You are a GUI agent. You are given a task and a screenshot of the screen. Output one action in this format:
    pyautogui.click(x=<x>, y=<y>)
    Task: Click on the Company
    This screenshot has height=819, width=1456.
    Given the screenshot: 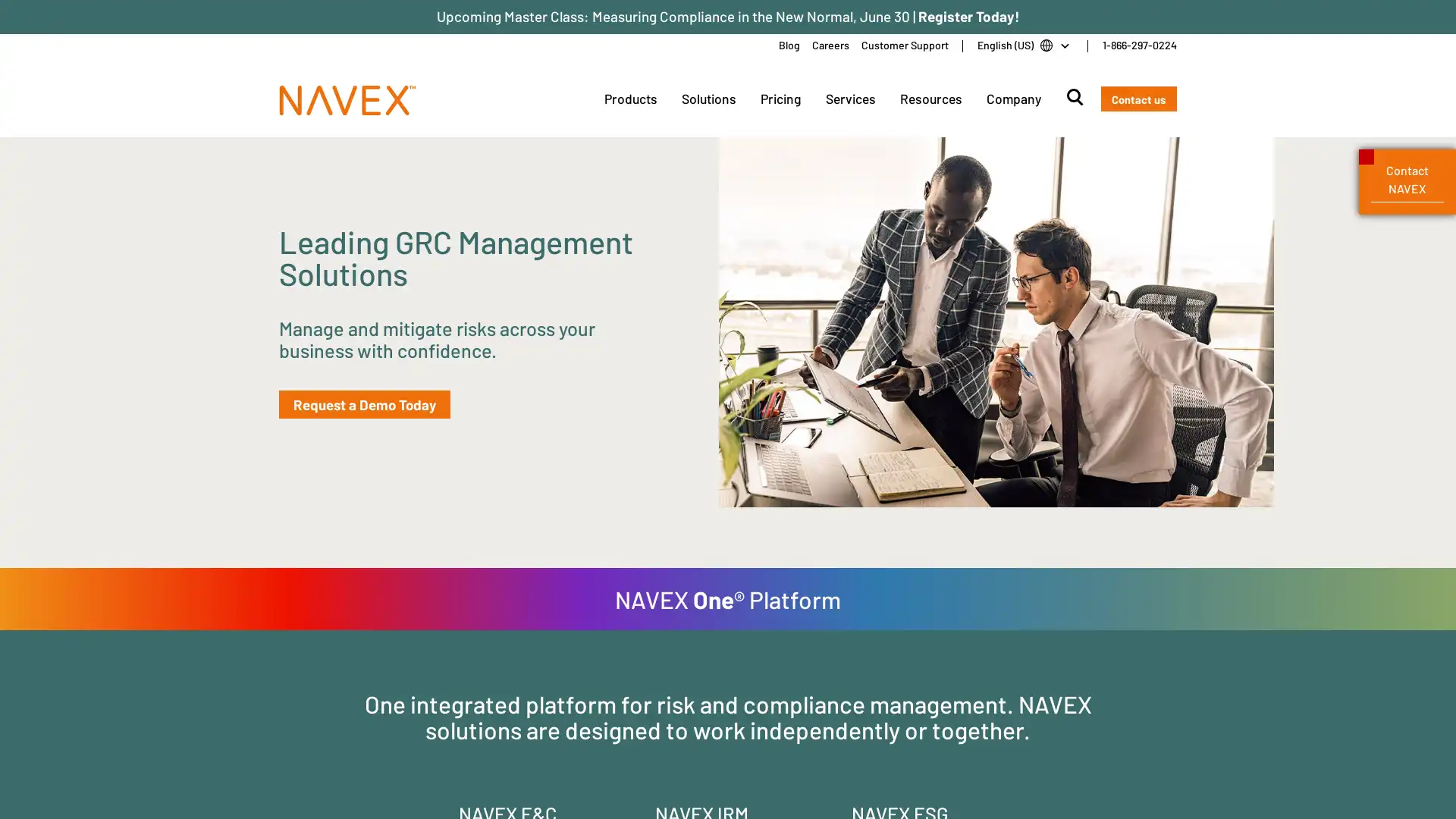 What is the action you would take?
    pyautogui.click(x=1012, y=99)
    